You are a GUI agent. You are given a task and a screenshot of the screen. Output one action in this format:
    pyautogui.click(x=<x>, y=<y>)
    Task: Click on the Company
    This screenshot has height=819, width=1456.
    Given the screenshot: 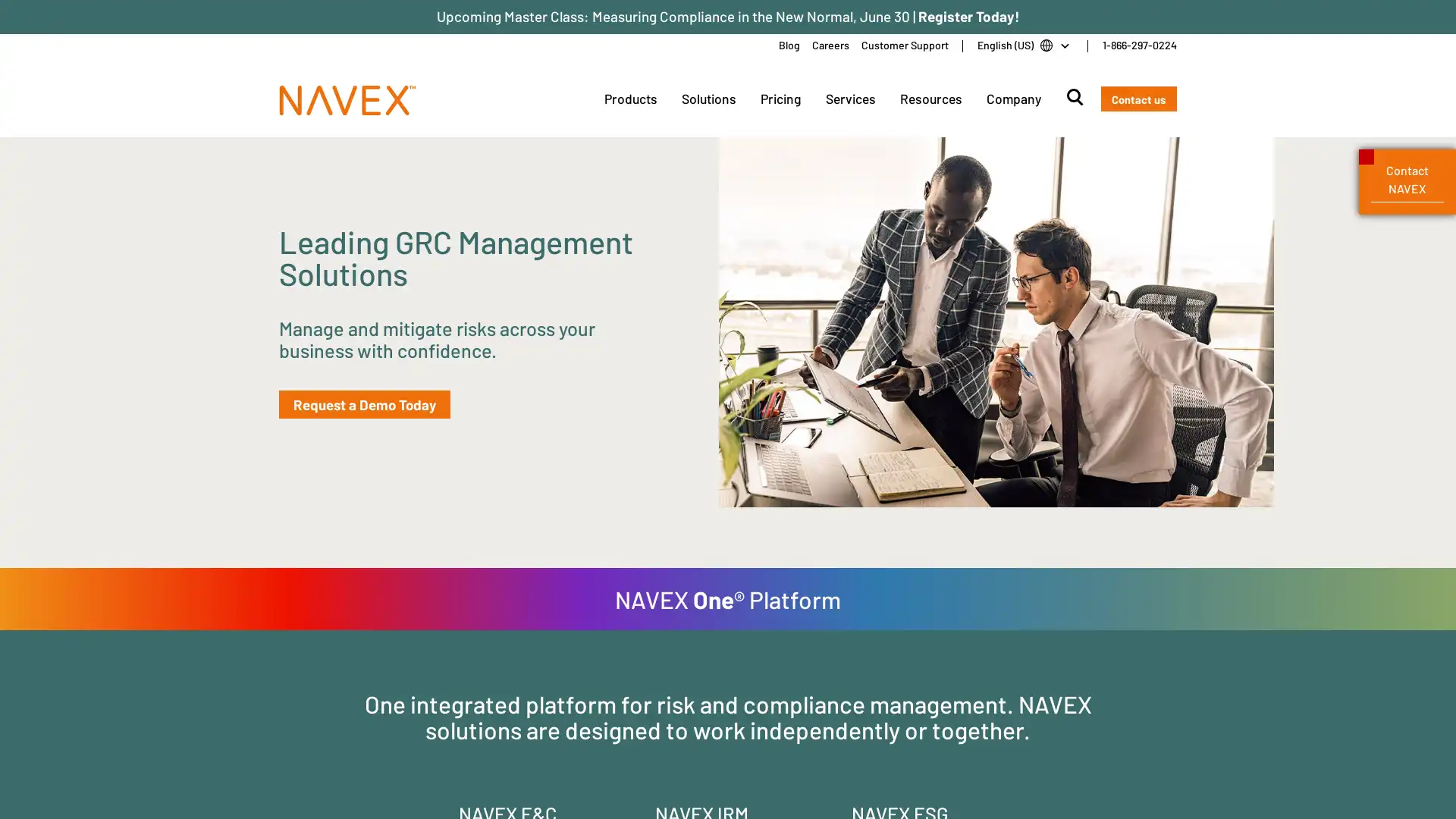 What is the action you would take?
    pyautogui.click(x=1012, y=99)
    